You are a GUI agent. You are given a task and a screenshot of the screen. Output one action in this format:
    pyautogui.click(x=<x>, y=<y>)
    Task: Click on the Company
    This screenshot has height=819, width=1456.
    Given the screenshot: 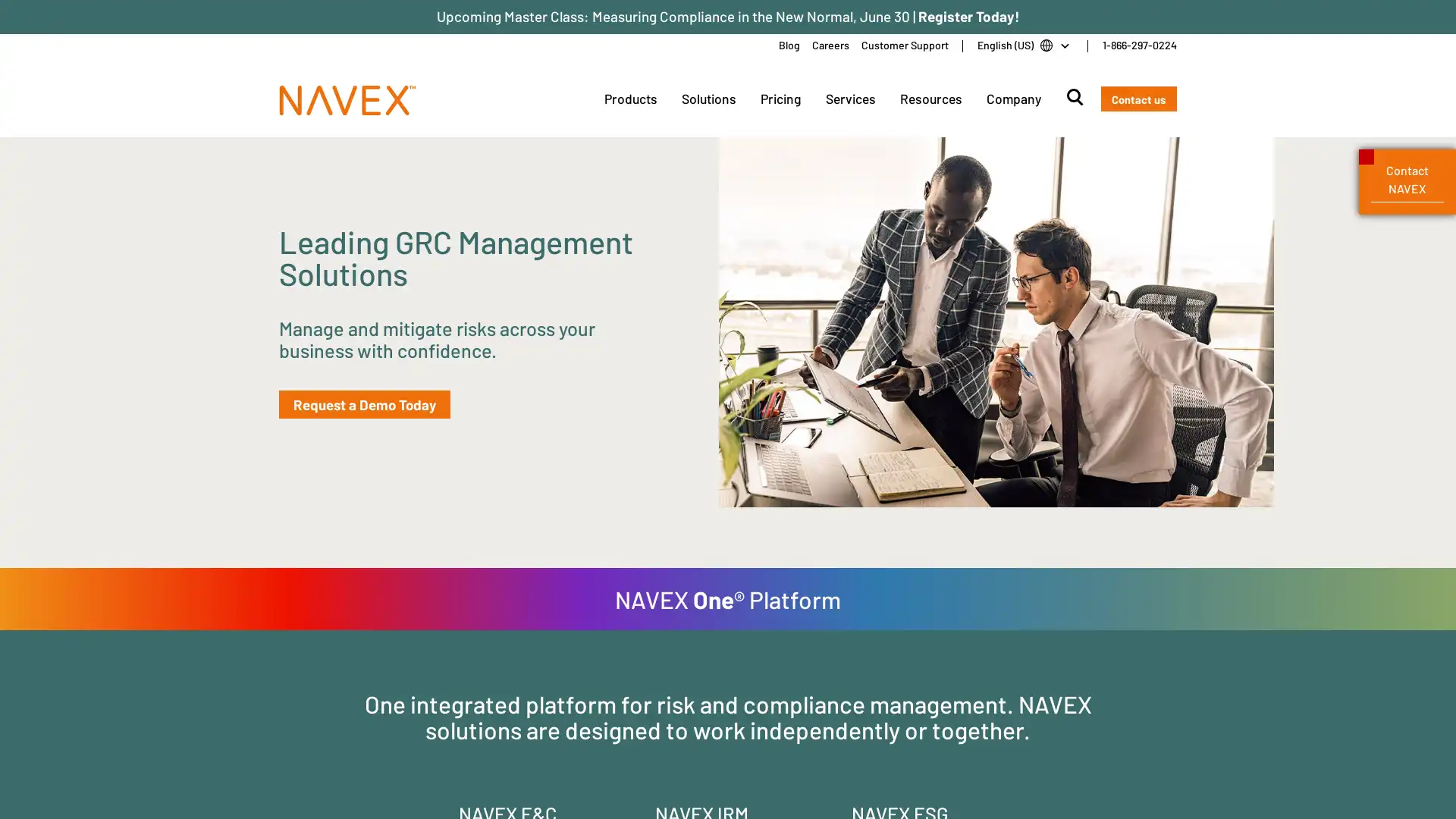 What is the action you would take?
    pyautogui.click(x=1012, y=99)
    